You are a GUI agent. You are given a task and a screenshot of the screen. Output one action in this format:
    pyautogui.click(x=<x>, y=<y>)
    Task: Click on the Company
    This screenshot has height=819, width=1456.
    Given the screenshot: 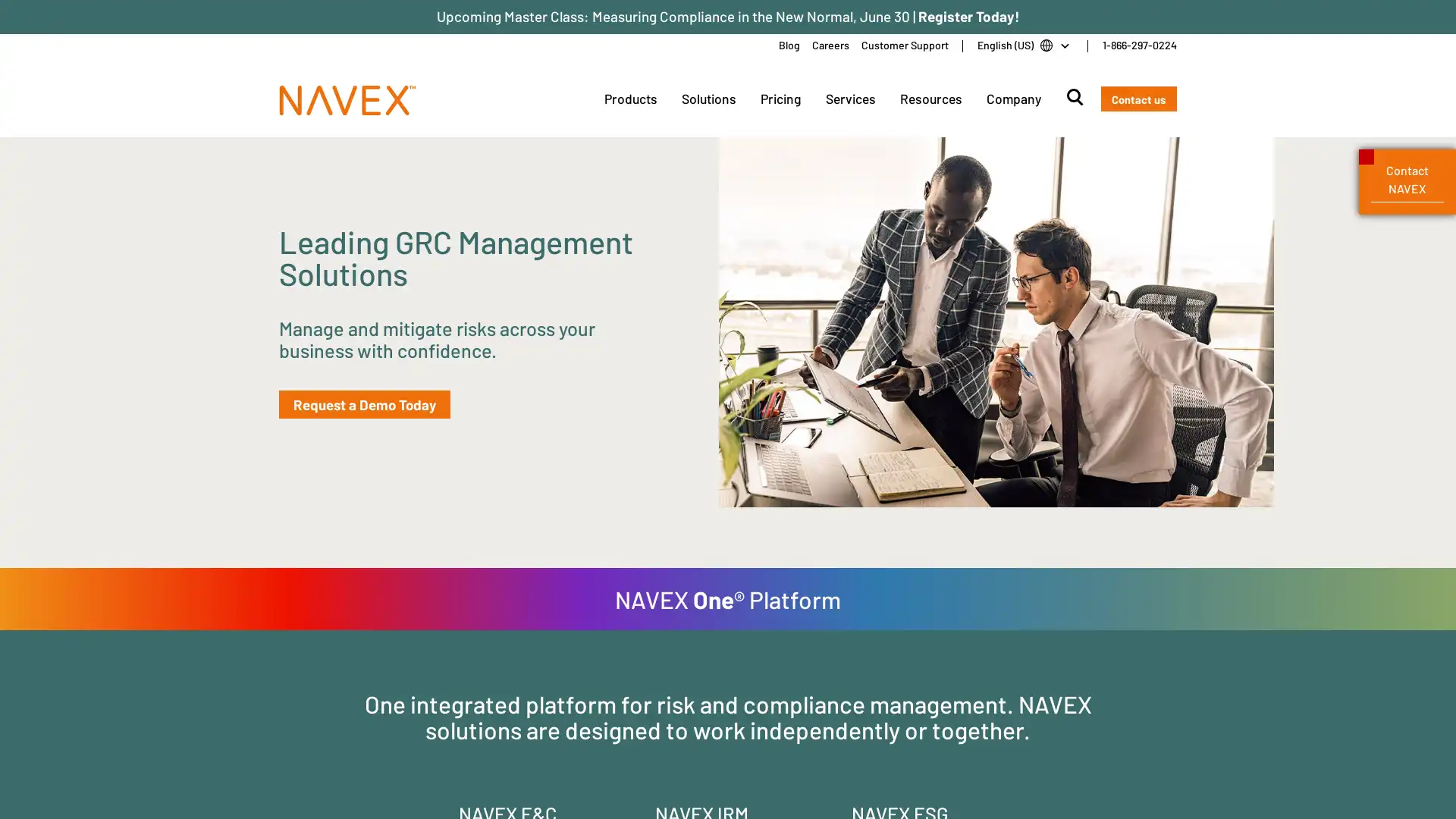 What is the action you would take?
    pyautogui.click(x=1012, y=99)
    